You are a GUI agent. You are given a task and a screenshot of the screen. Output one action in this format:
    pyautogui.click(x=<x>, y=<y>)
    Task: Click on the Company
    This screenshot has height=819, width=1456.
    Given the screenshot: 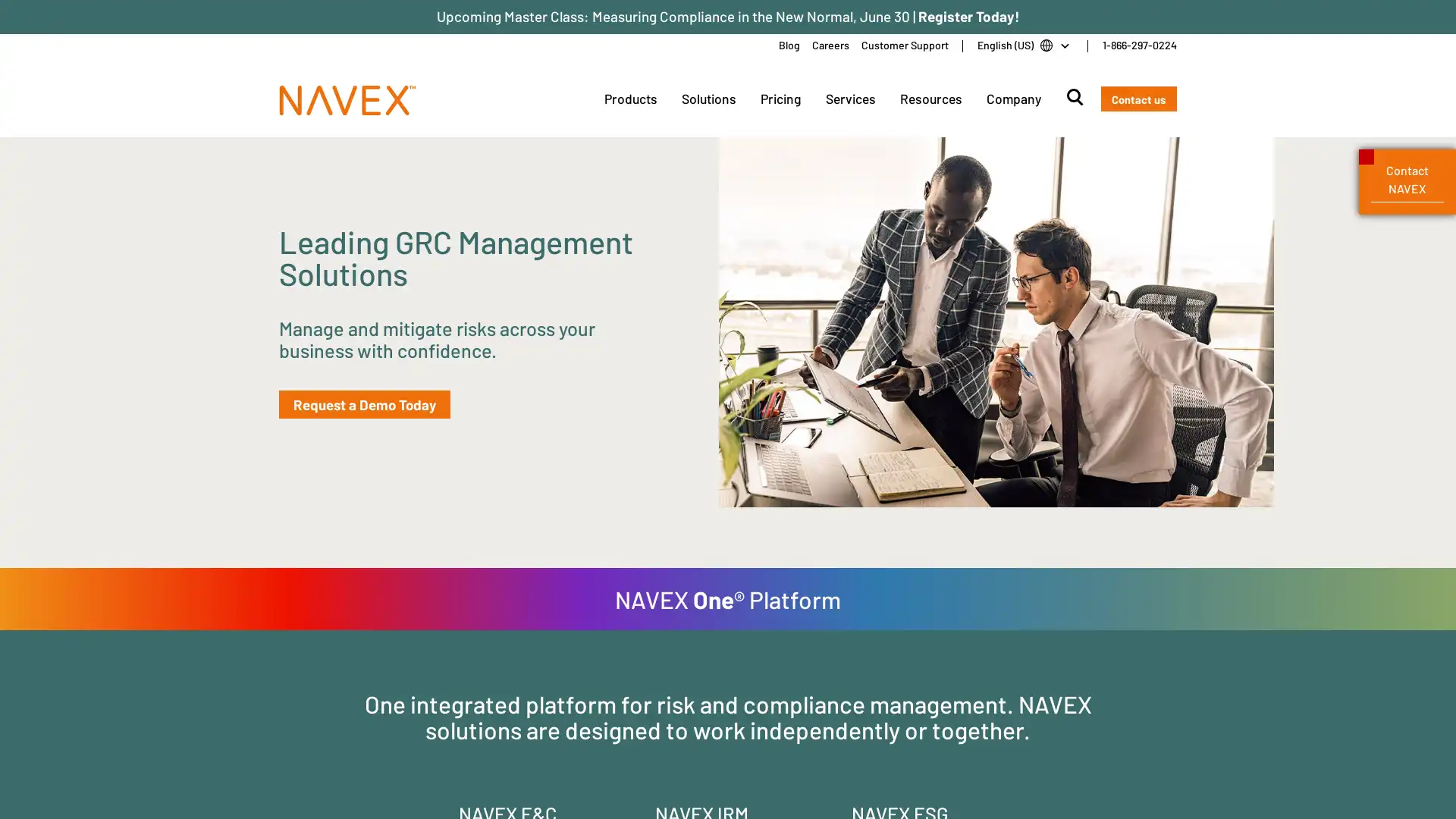 What is the action you would take?
    pyautogui.click(x=1012, y=99)
    